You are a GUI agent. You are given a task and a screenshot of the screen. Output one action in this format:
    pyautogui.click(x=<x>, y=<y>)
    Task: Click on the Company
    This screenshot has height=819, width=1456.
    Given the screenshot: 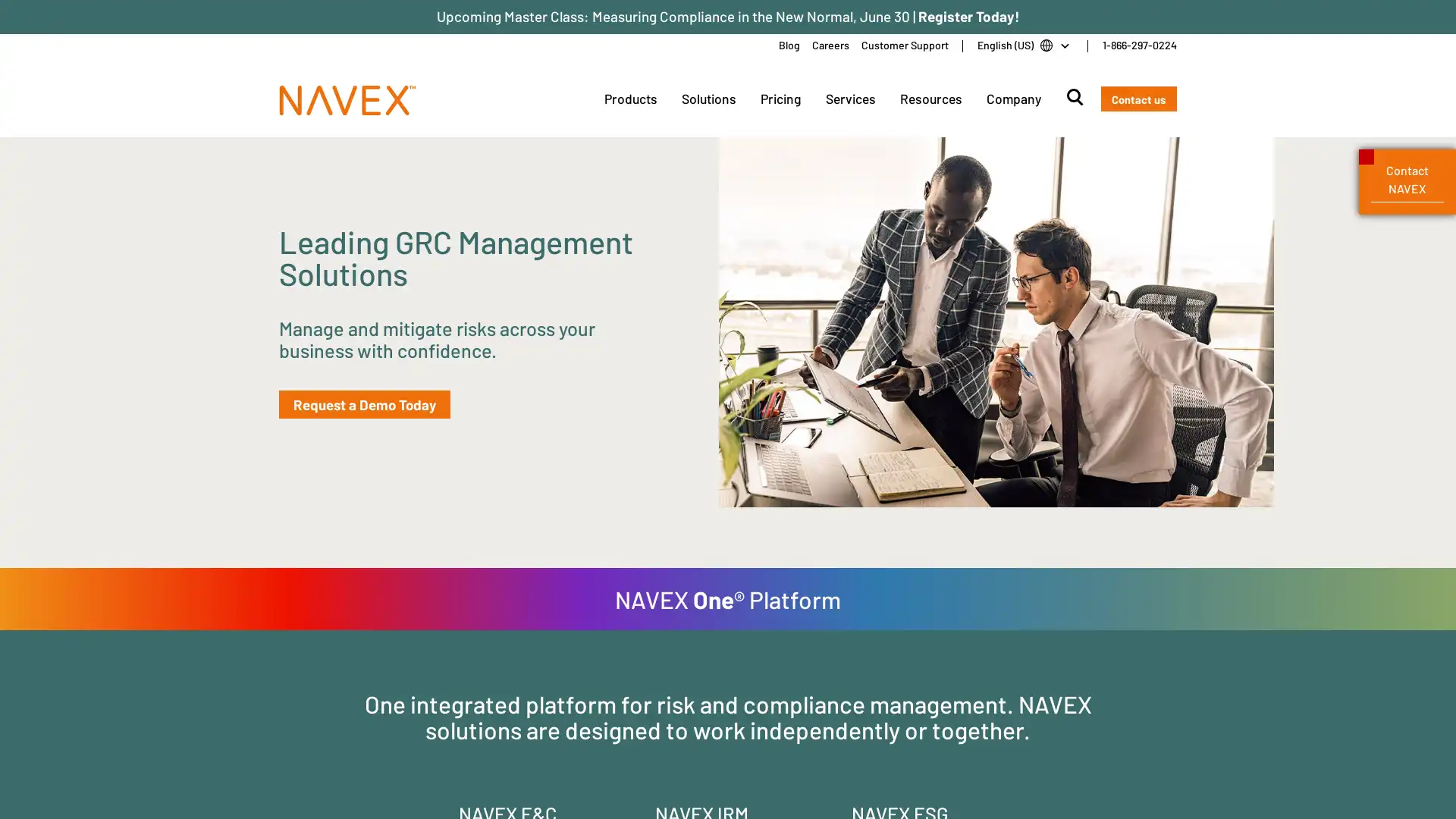 What is the action you would take?
    pyautogui.click(x=1012, y=99)
    